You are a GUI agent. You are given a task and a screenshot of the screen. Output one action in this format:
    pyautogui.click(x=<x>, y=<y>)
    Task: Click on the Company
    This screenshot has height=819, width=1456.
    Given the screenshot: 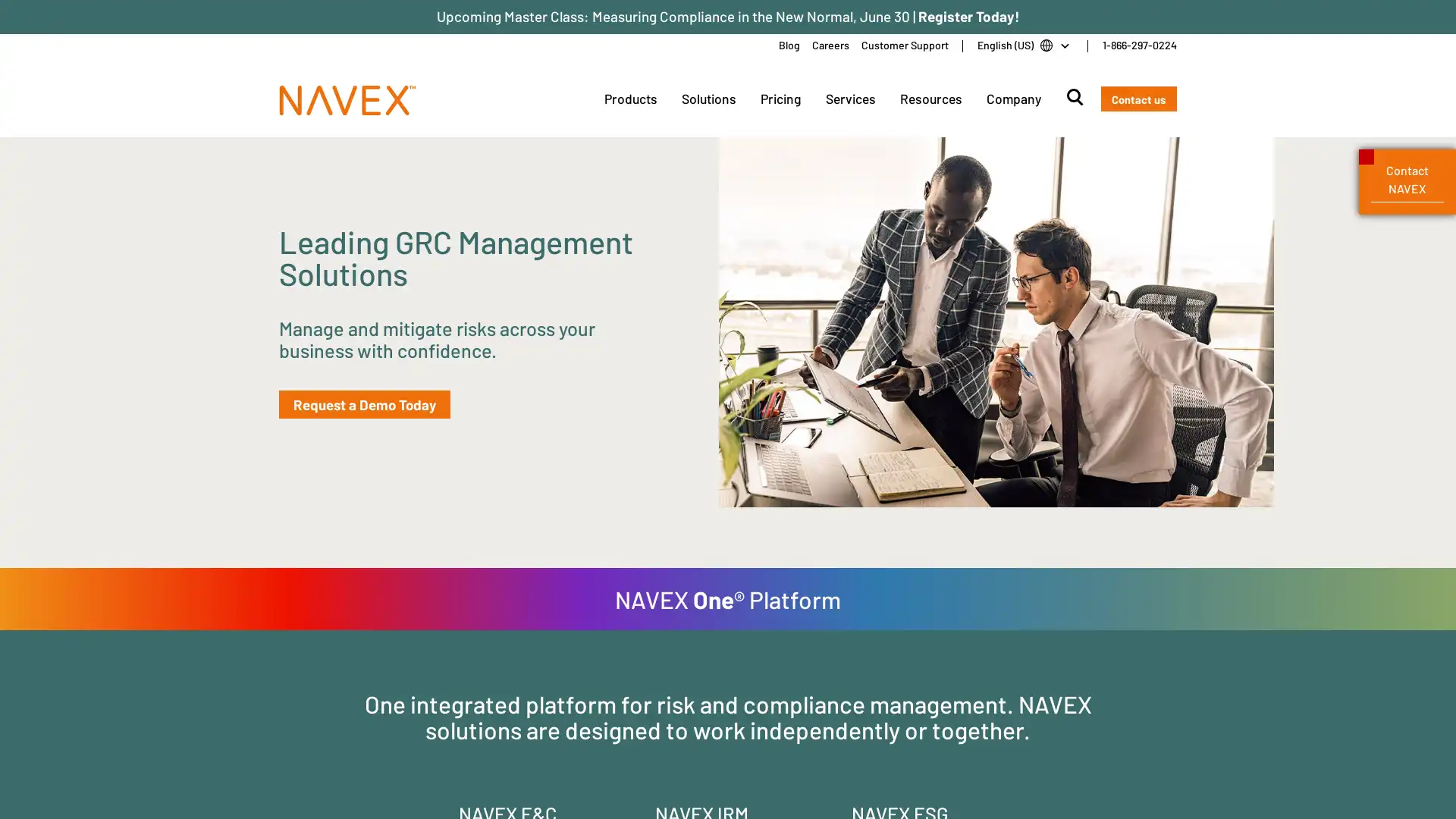 What is the action you would take?
    pyautogui.click(x=1012, y=99)
    